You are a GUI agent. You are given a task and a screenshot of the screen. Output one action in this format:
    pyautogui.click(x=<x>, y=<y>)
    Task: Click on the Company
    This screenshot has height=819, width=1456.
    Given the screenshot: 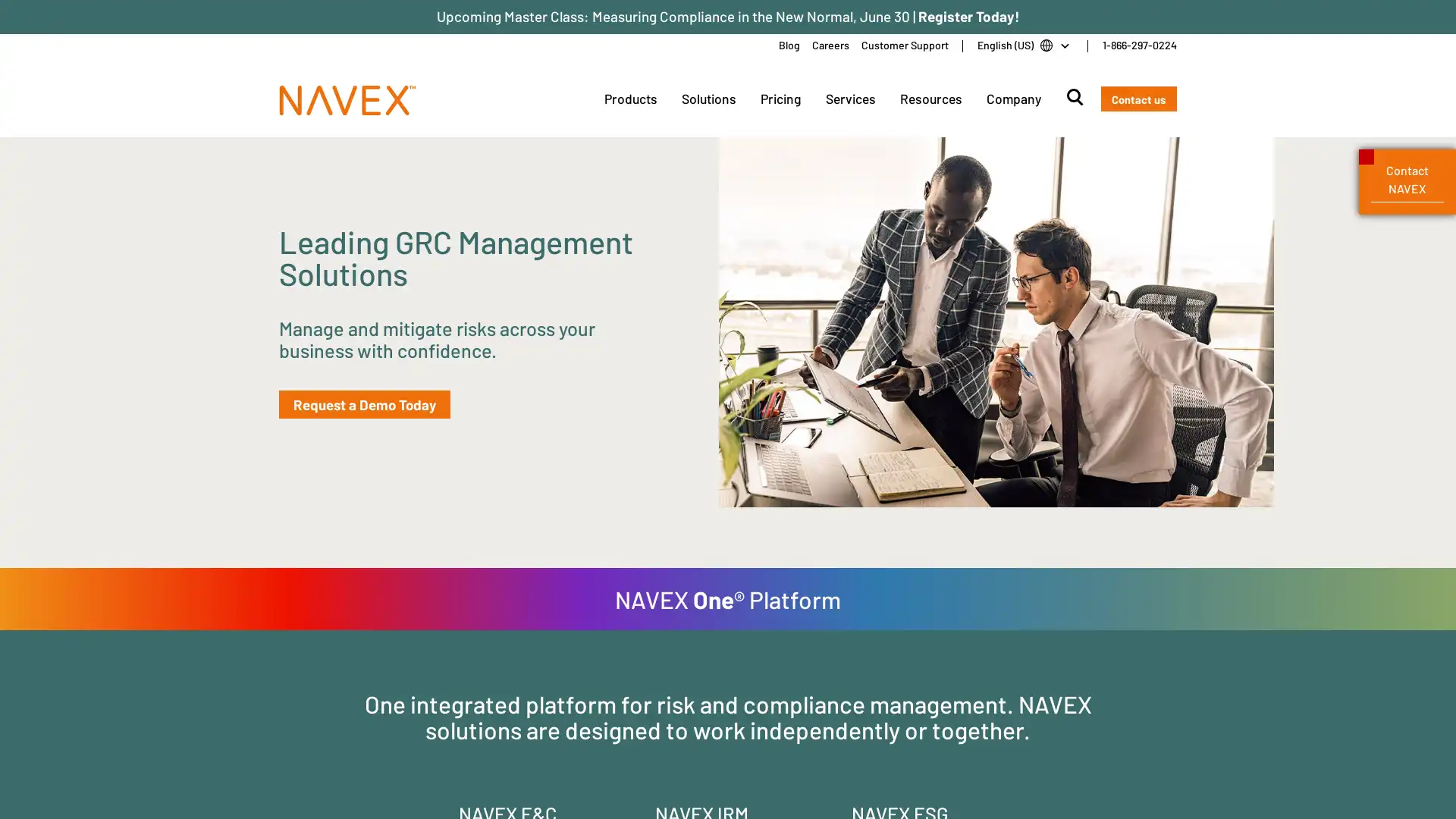 What is the action you would take?
    pyautogui.click(x=1012, y=99)
    